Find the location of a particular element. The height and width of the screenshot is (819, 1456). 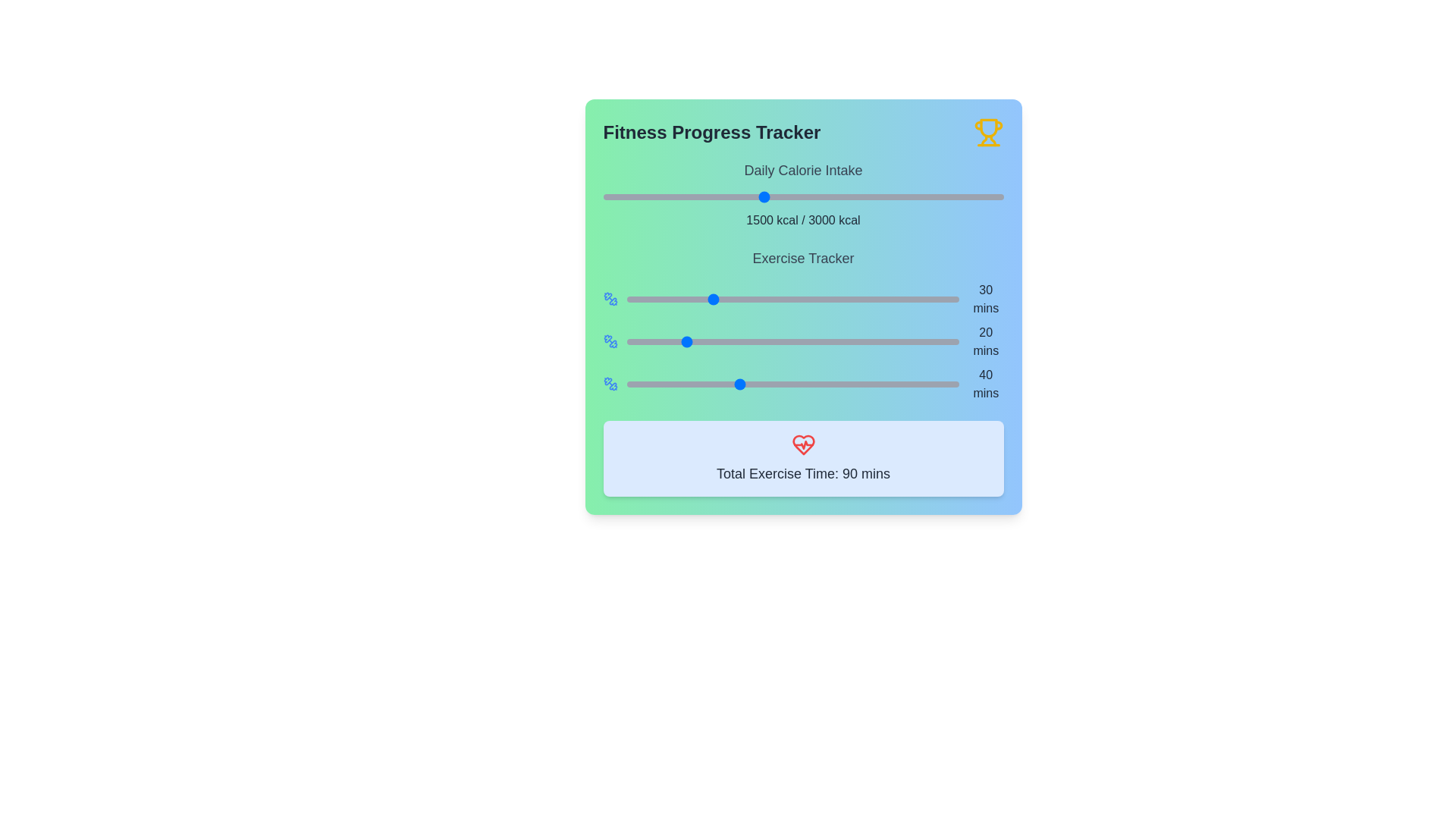

the slider value is located at coordinates (845, 299).